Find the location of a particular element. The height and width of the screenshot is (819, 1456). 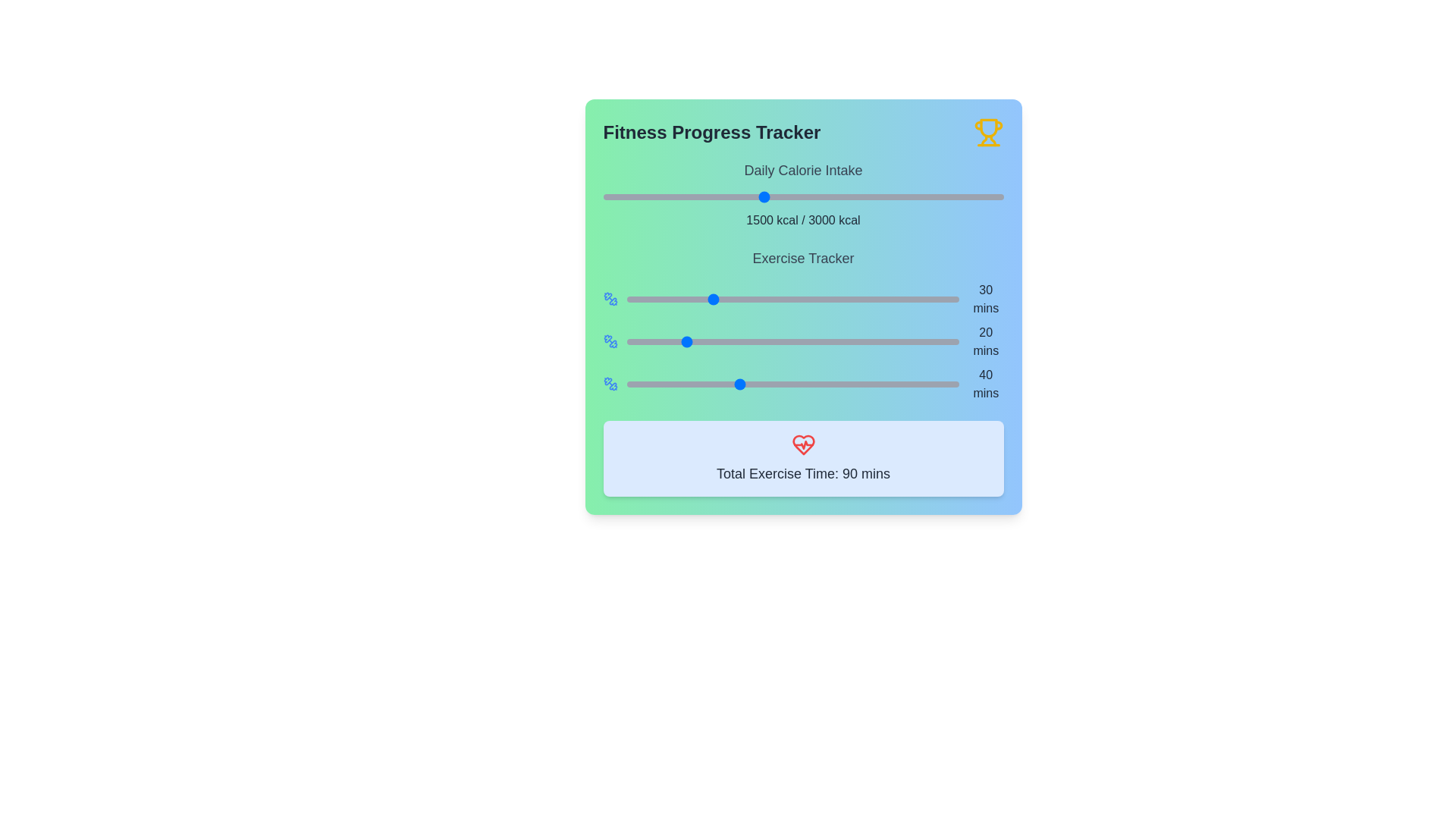

the slider value is located at coordinates (845, 299).